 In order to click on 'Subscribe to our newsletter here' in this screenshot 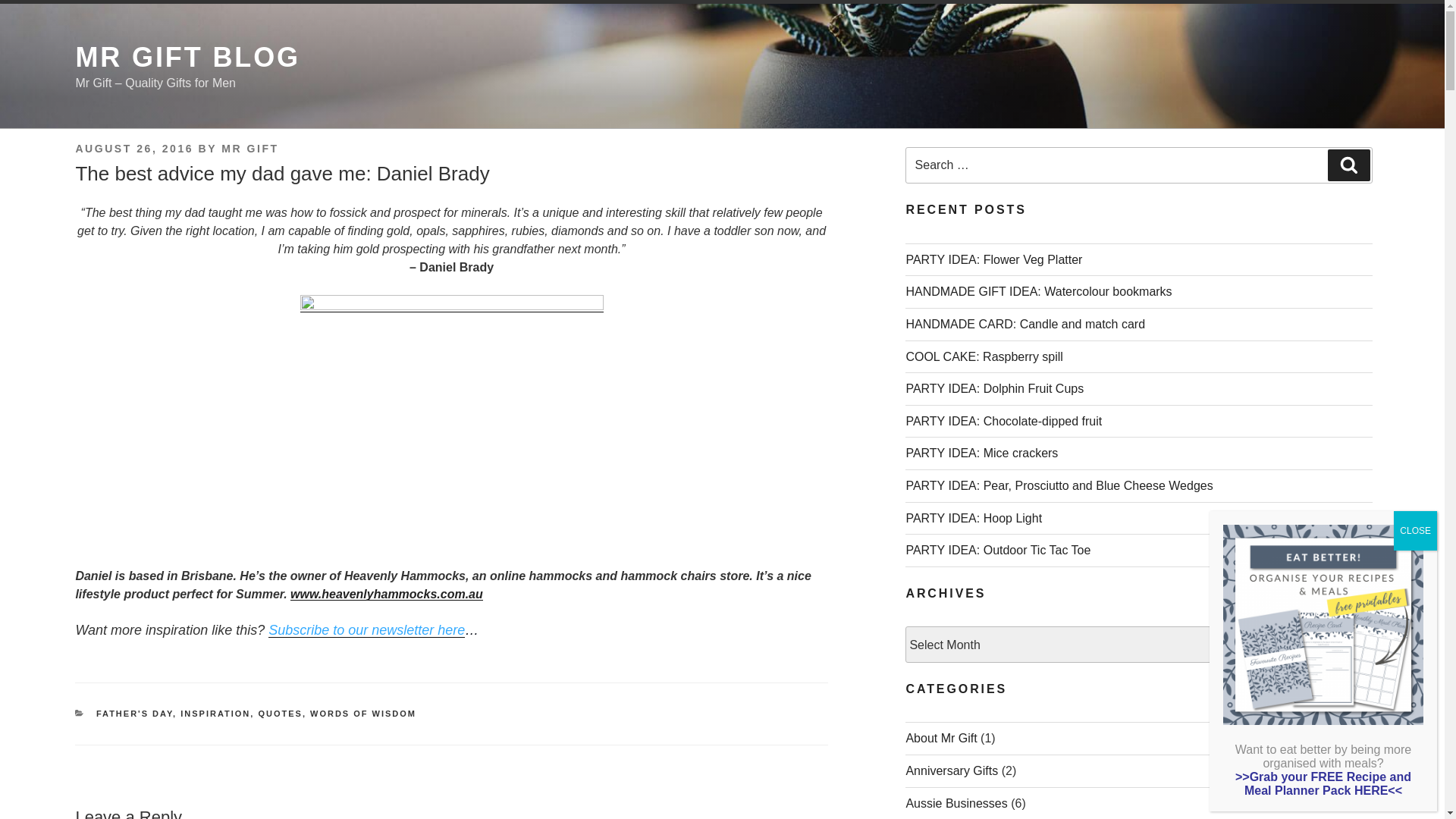, I will do `click(366, 629)`.